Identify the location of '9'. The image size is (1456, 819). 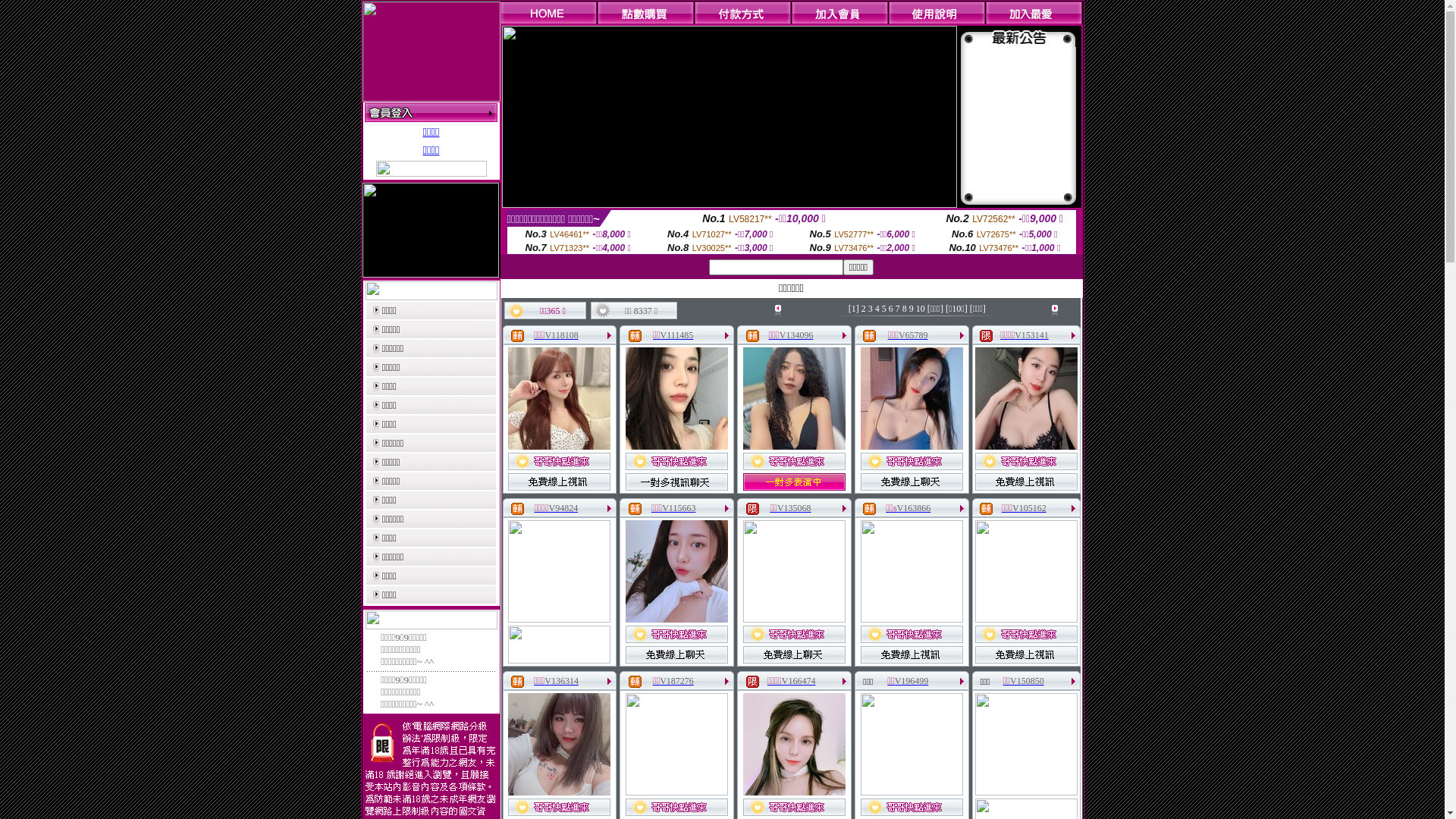
(910, 308).